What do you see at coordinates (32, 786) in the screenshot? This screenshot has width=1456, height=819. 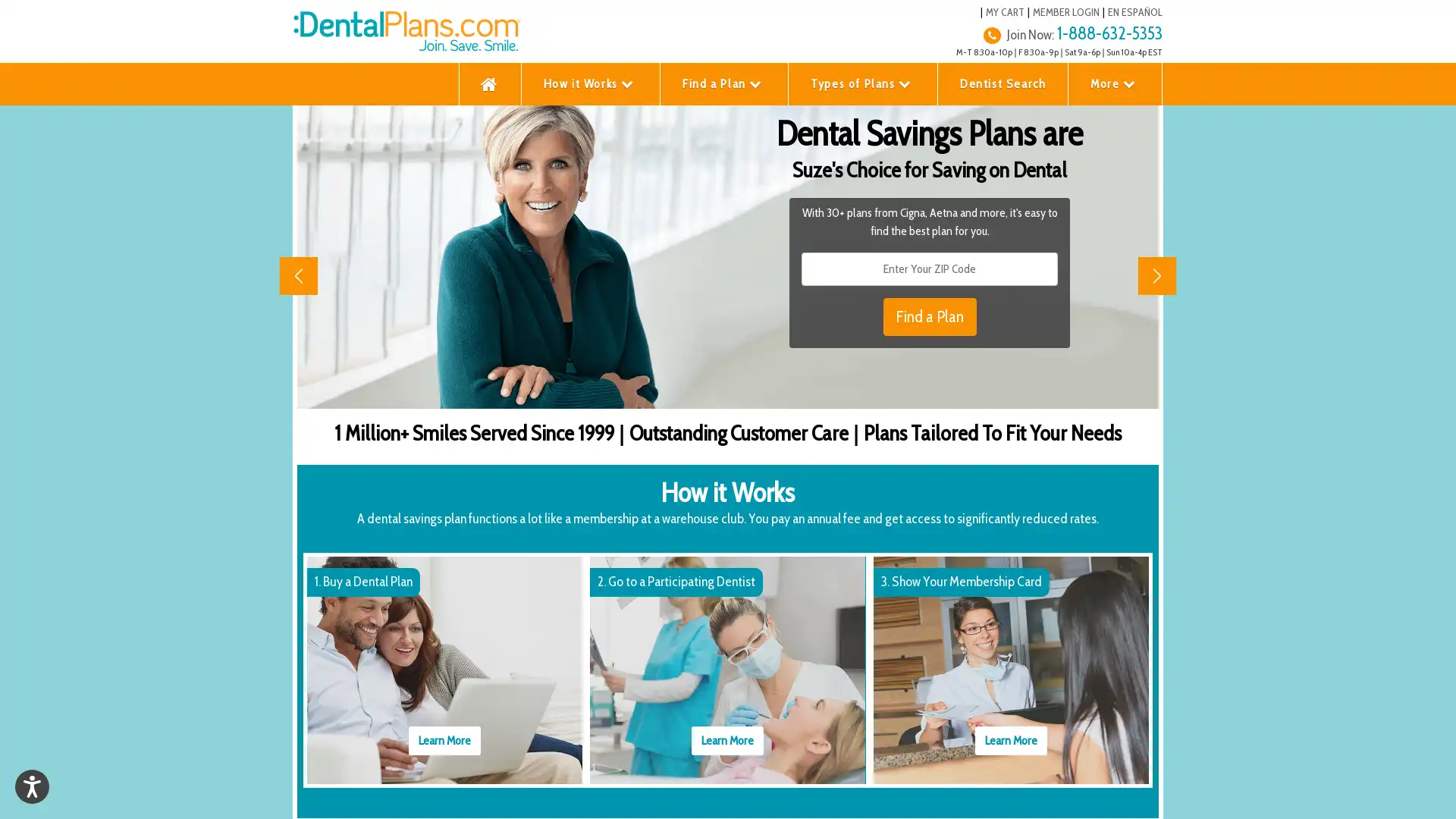 I see `Open accessibility options, statement and help` at bounding box center [32, 786].